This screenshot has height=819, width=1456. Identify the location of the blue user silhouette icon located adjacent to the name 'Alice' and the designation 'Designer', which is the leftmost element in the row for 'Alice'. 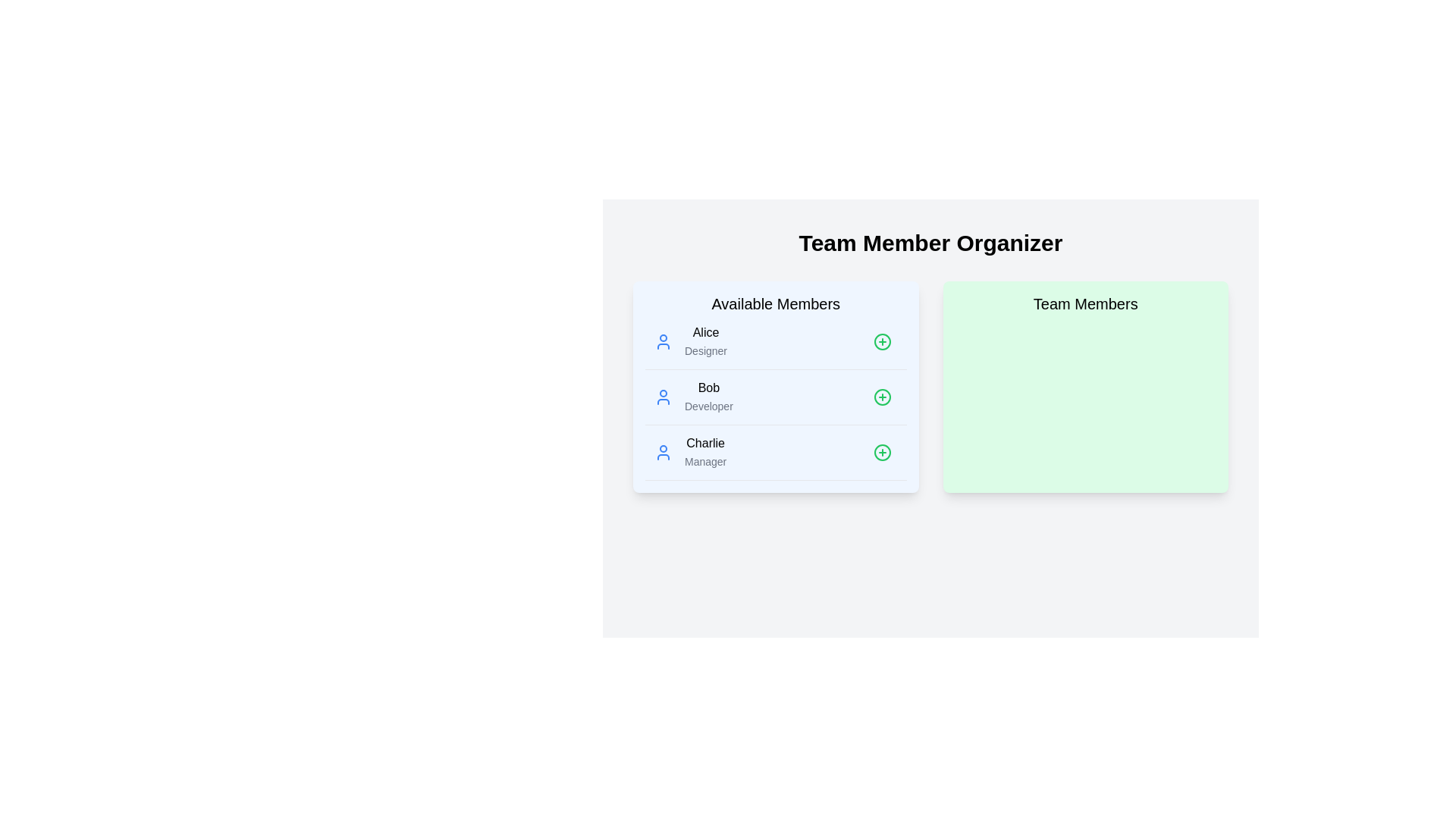
(663, 342).